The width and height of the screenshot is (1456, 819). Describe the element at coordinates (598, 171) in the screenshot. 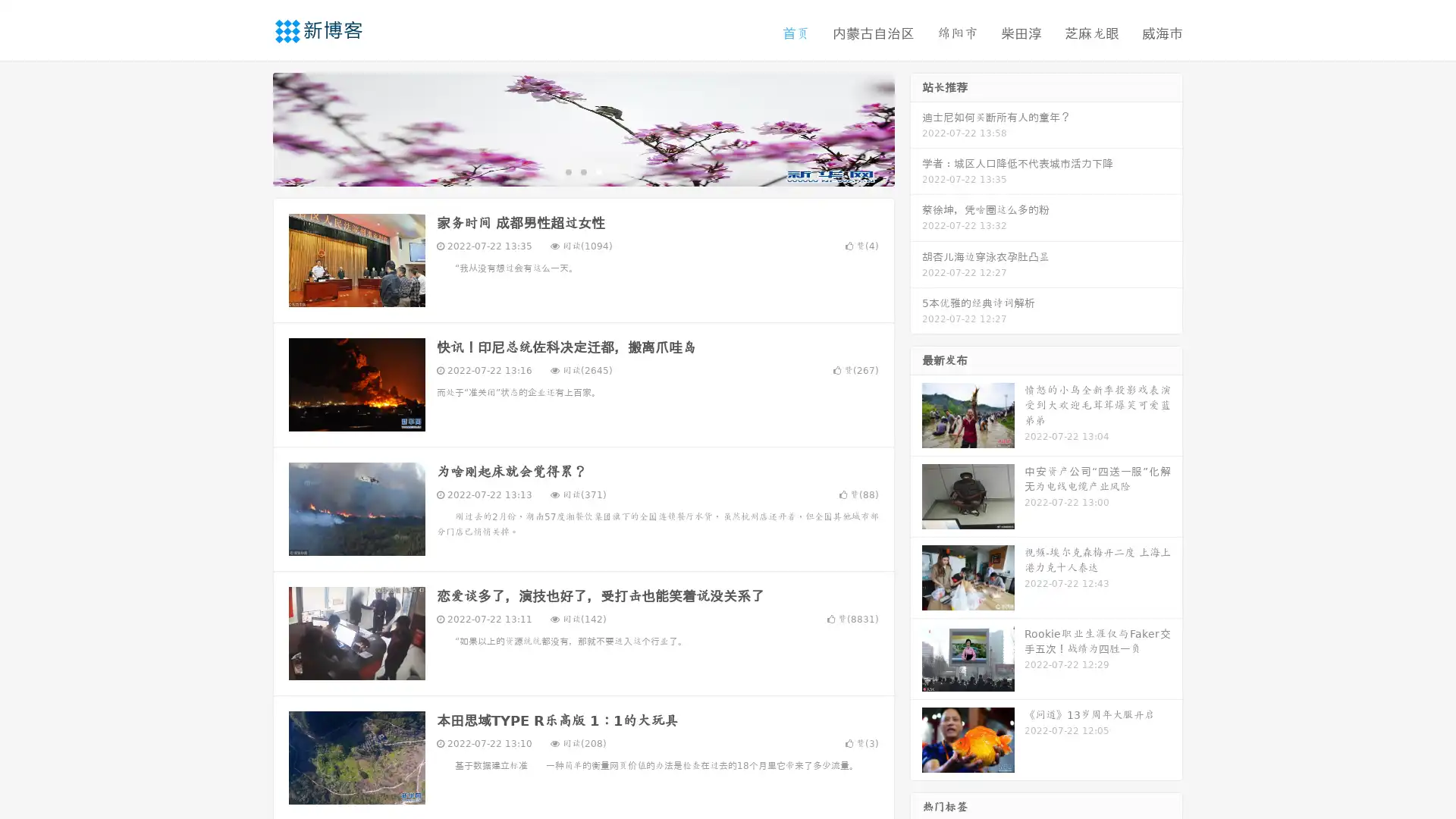

I see `Go to slide 3` at that location.